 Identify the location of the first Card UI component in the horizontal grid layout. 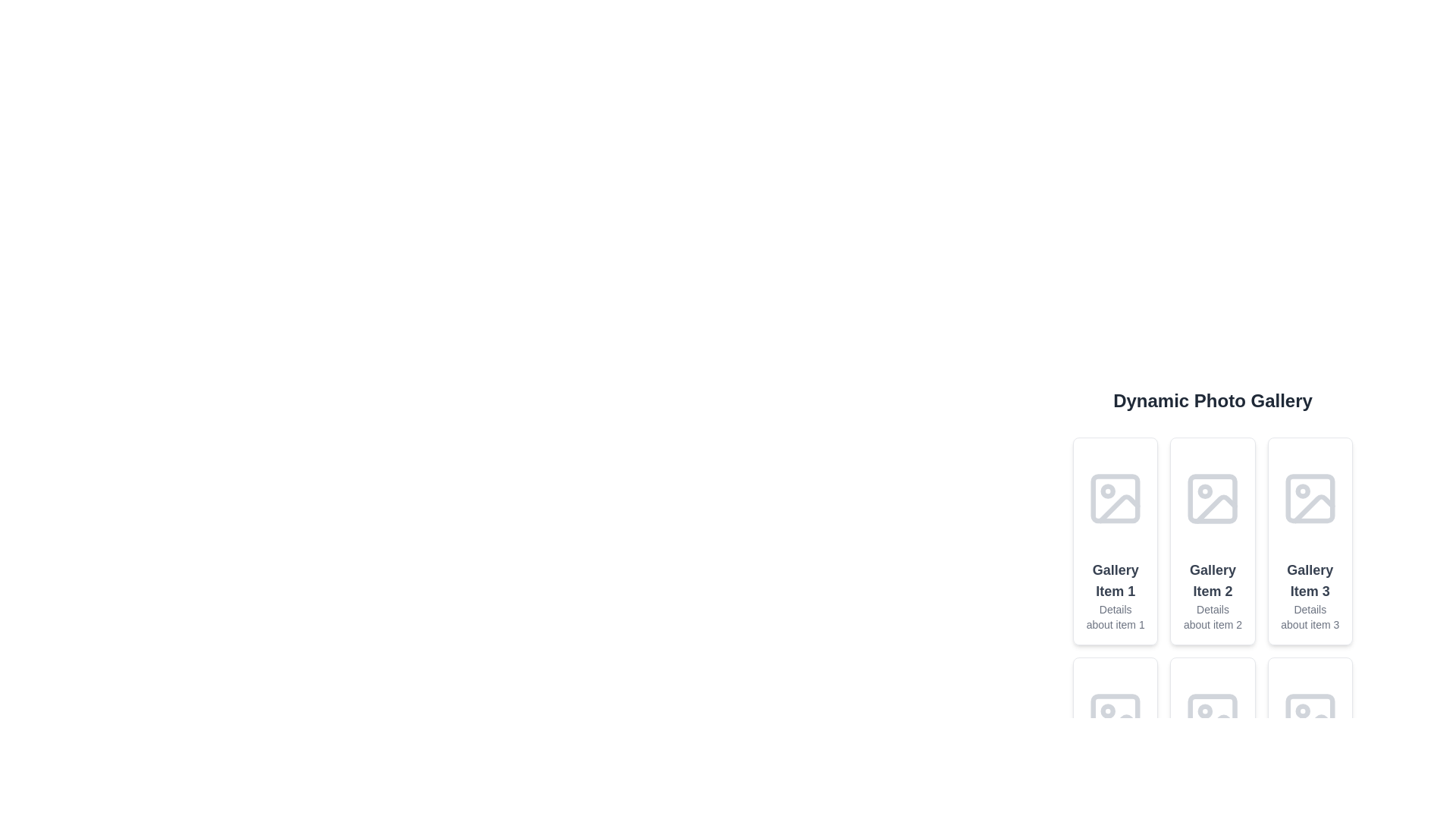
(1115, 540).